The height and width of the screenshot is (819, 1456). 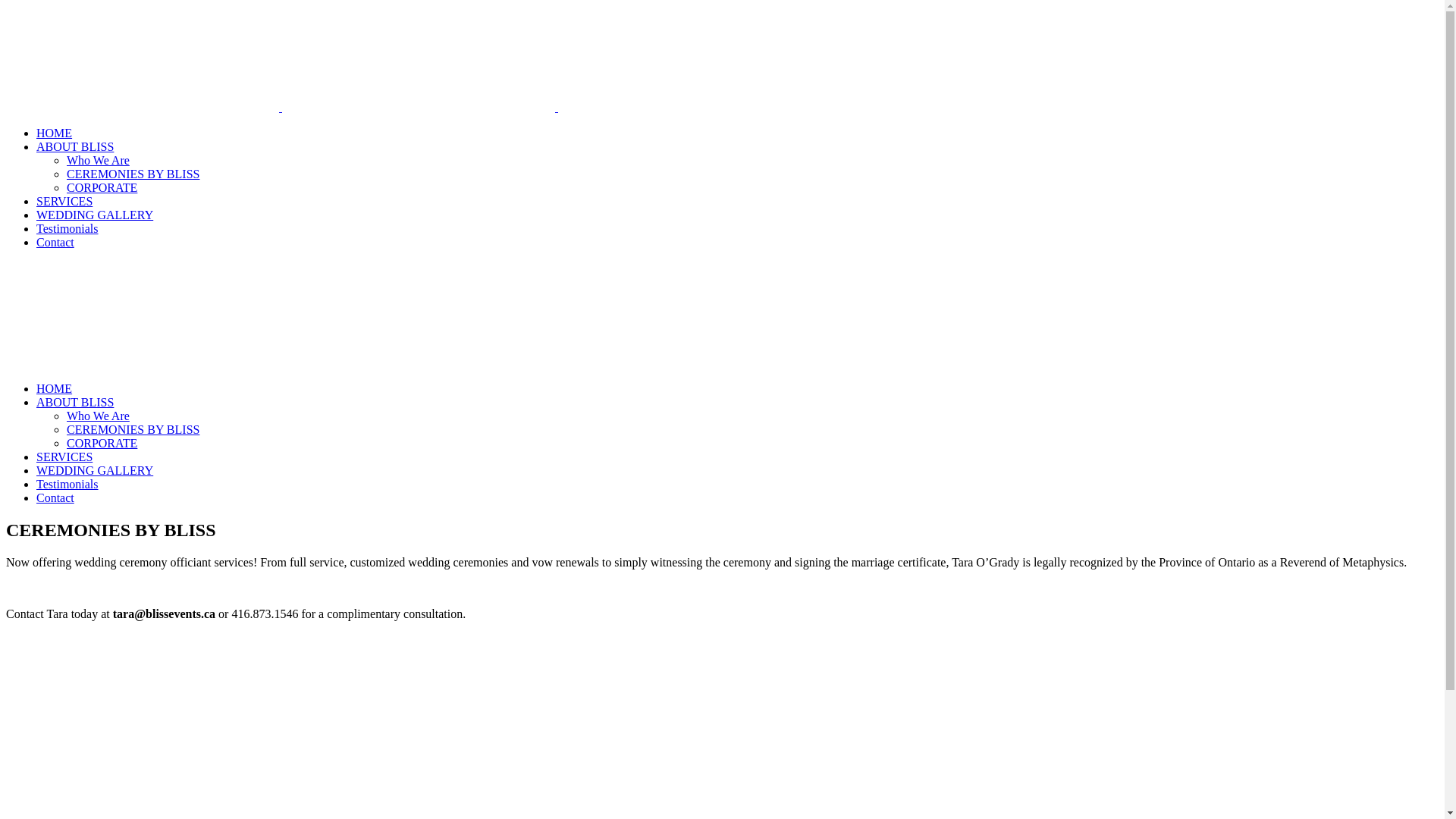 What do you see at coordinates (55, 241) in the screenshot?
I see `'Contact'` at bounding box center [55, 241].